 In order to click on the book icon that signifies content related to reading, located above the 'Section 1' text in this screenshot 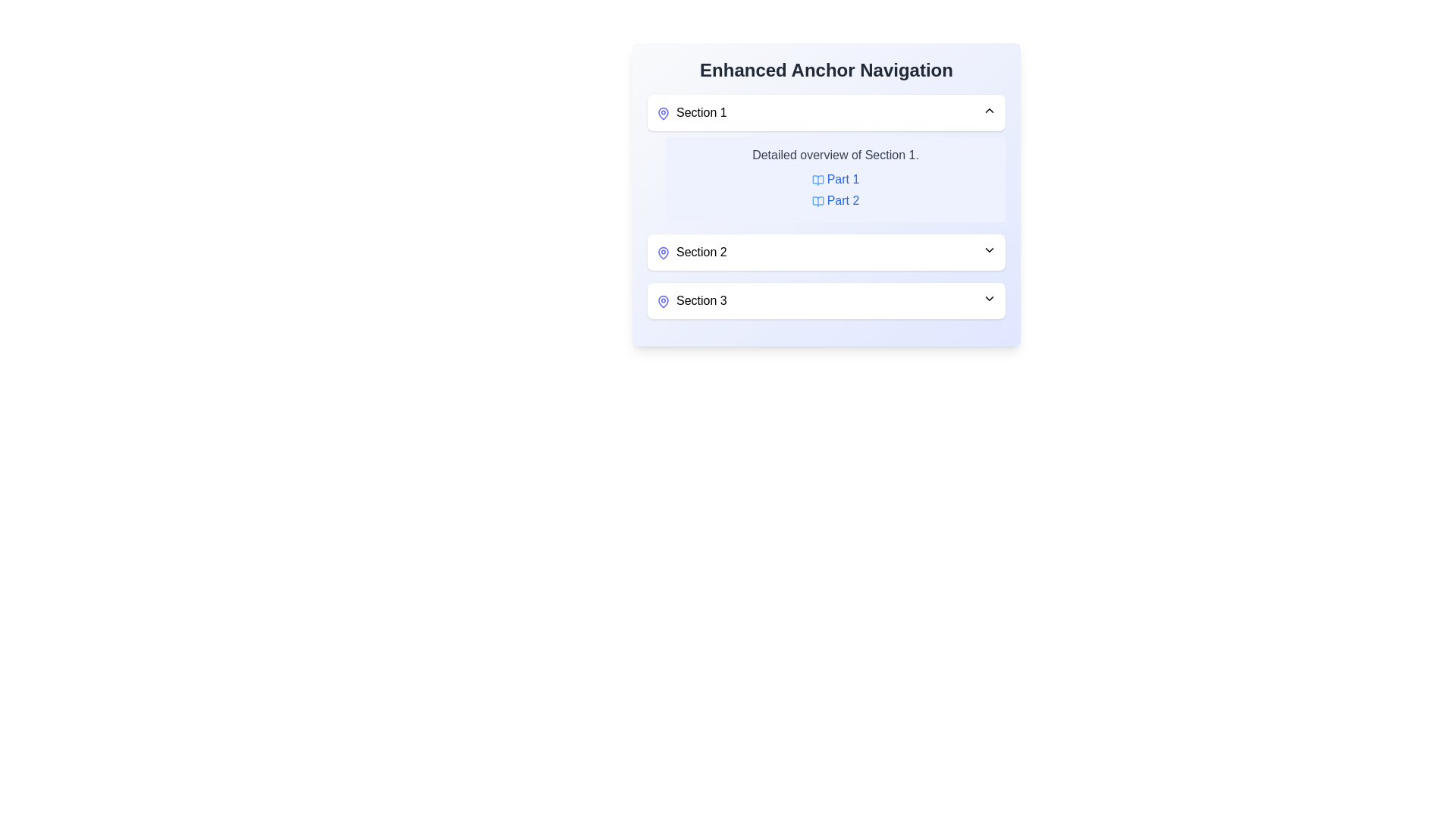, I will do `click(817, 179)`.